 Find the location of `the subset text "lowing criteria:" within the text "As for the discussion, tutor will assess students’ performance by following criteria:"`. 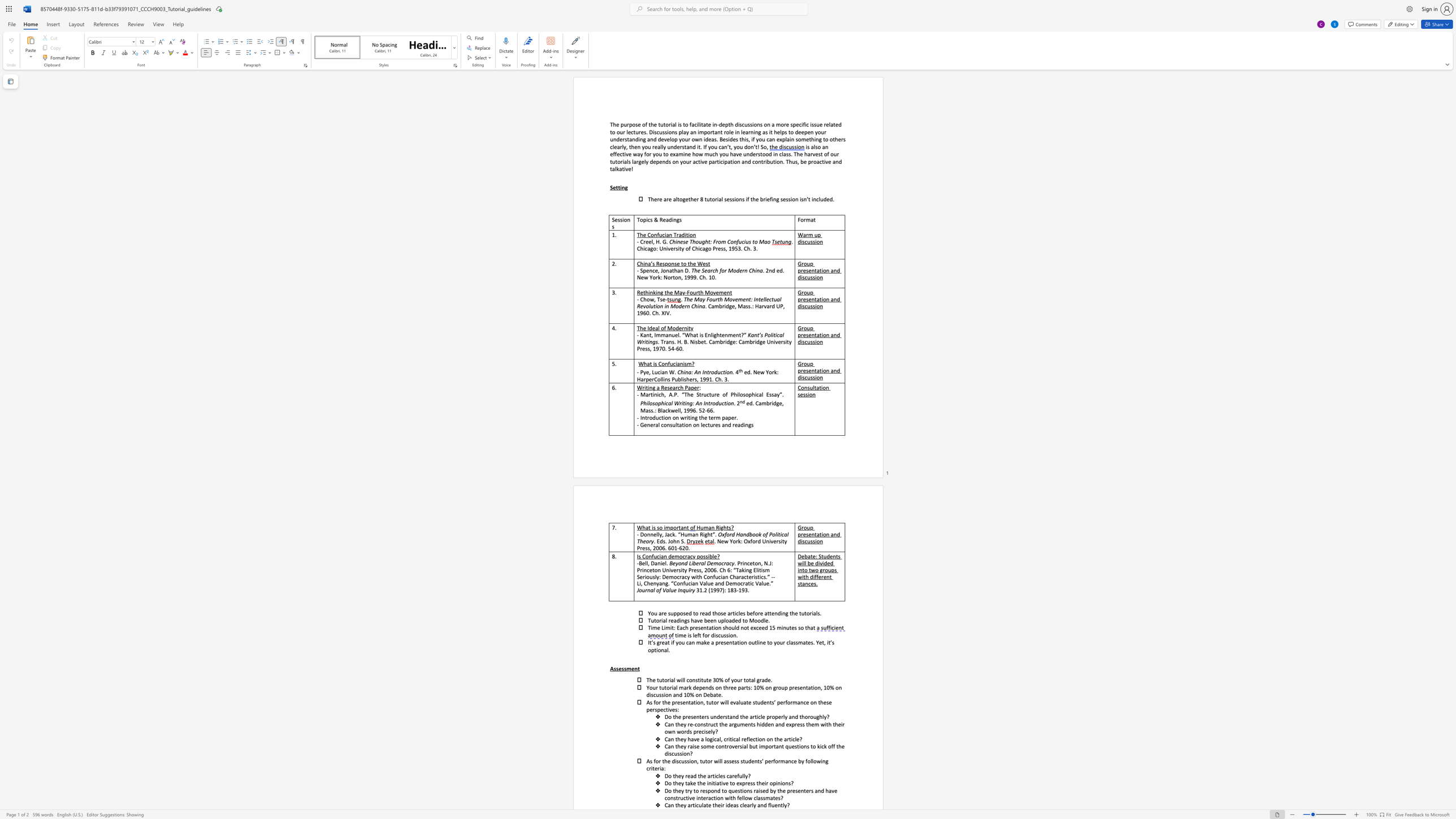

the subset text "lowing criteria:" within the text "As for the discussion, tutor will assess students’ performance by following criteria:" is located at coordinates (812, 761).